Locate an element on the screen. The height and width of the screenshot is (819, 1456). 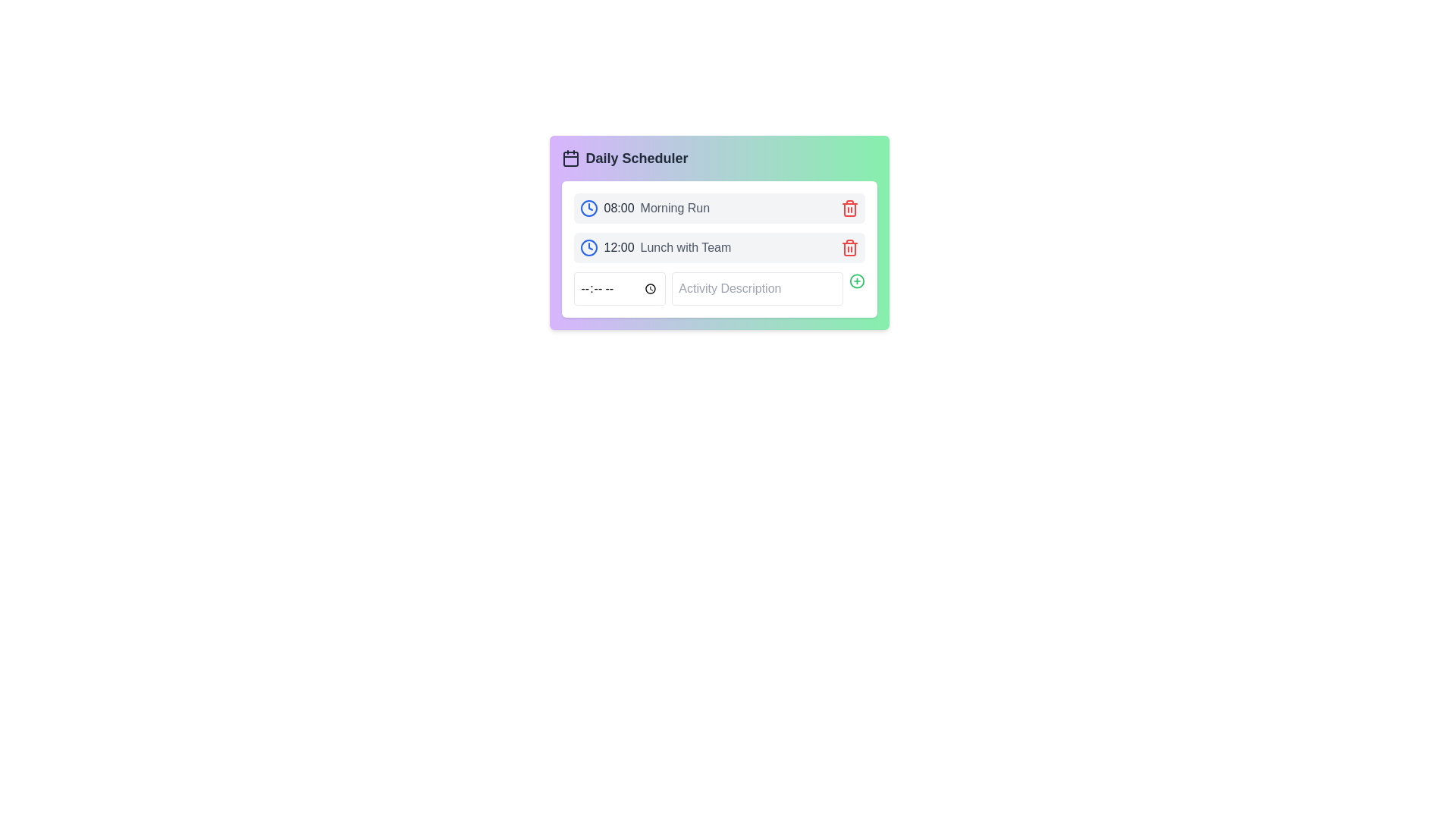
the calendar icon located directly to the left of the 'Daily Scheduler' text in the header to ensure accessibility is located at coordinates (570, 158).